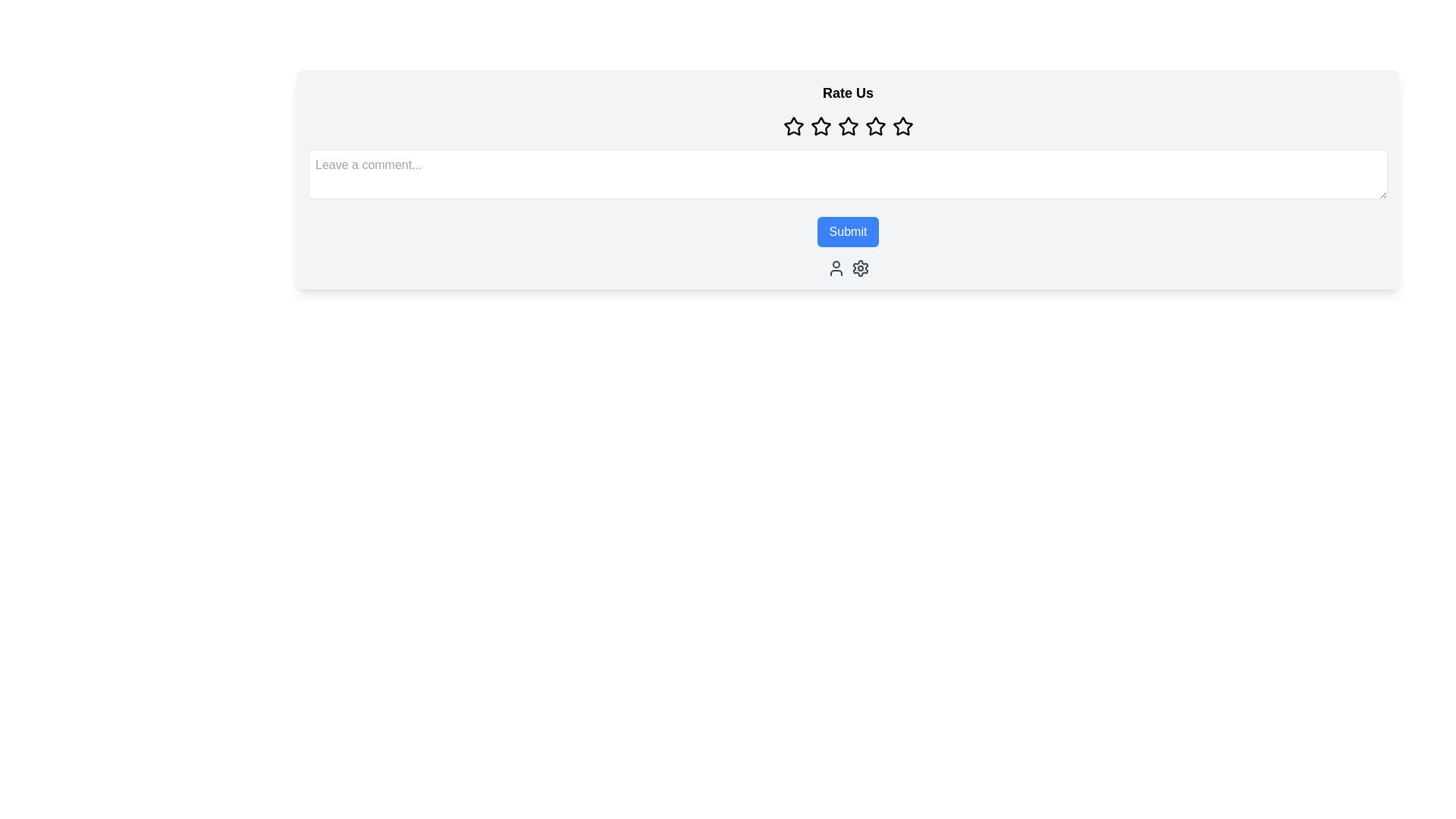  Describe the element at coordinates (847, 125) in the screenshot. I see `the star icon in the Rating component to set the rating, which is located centrally below the 'Rate Us' title and above the input field` at that location.